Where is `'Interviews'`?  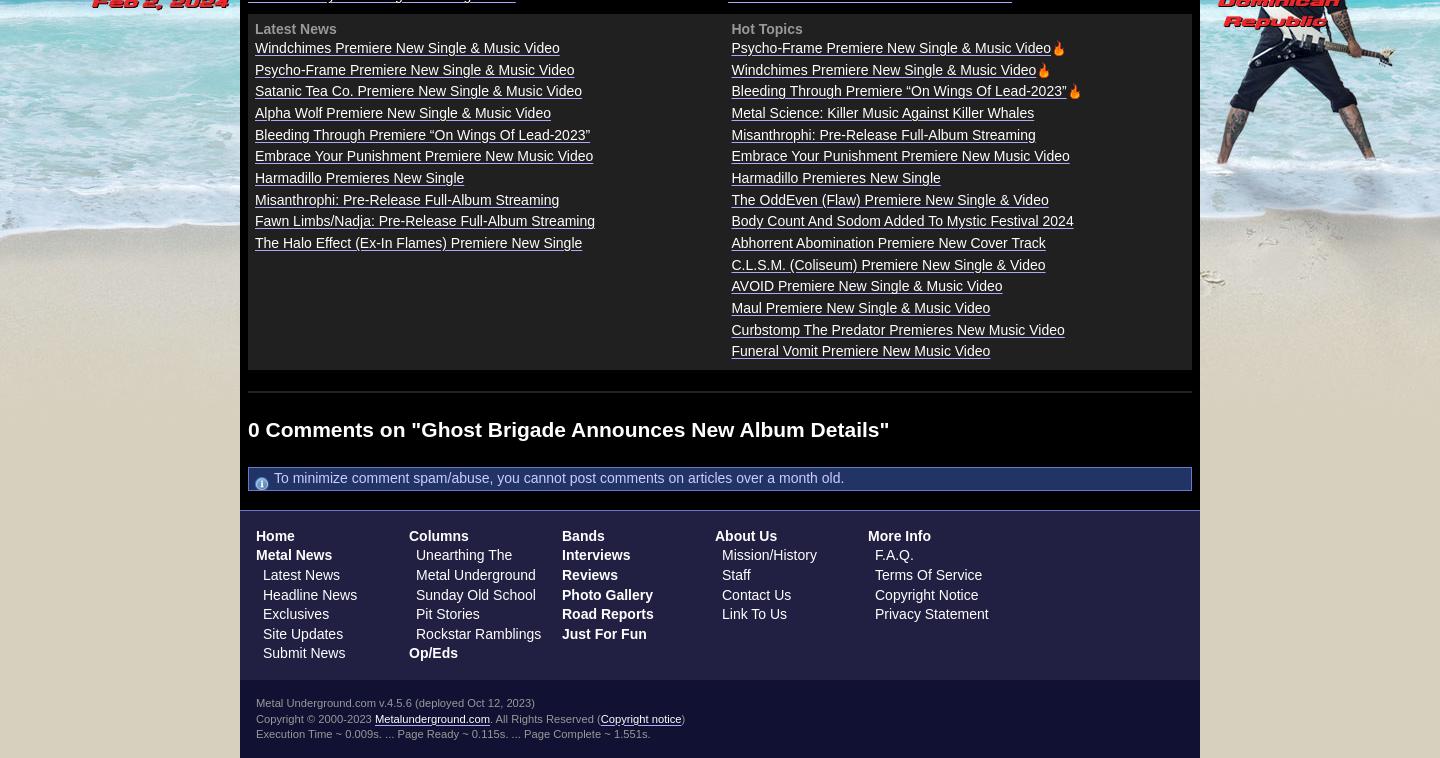
'Interviews' is located at coordinates (596, 554).